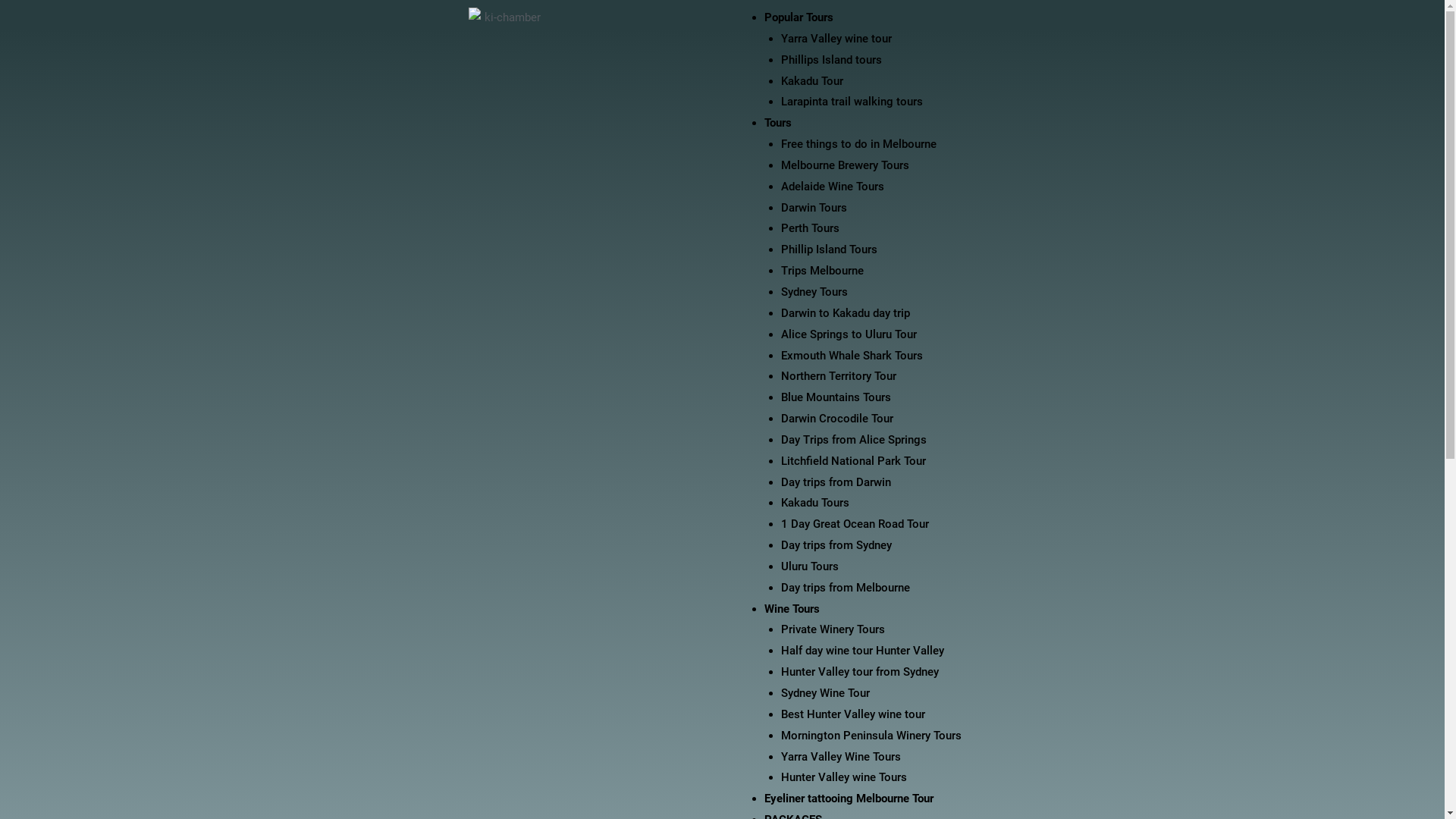 This screenshot has height=819, width=1456. What do you see at coordinates (781, 418) in the screenshot?
I see `'Darwin Crocodile Tour'` at bounding box center [781, 418].